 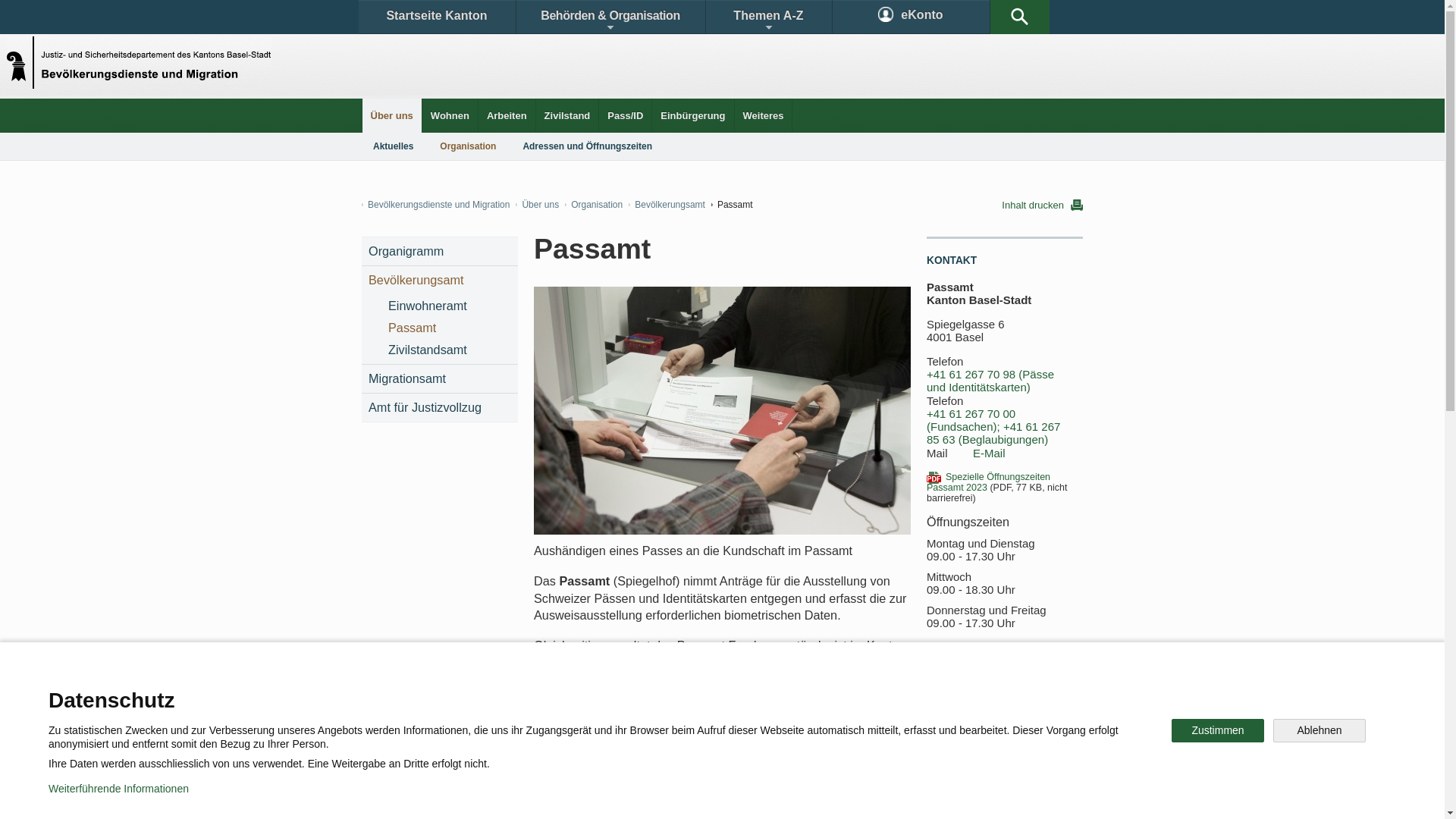 What do you see at coordinates (910, 17) in the screenshot?
I see `'eKonto'` at bounding box center [910, 17].